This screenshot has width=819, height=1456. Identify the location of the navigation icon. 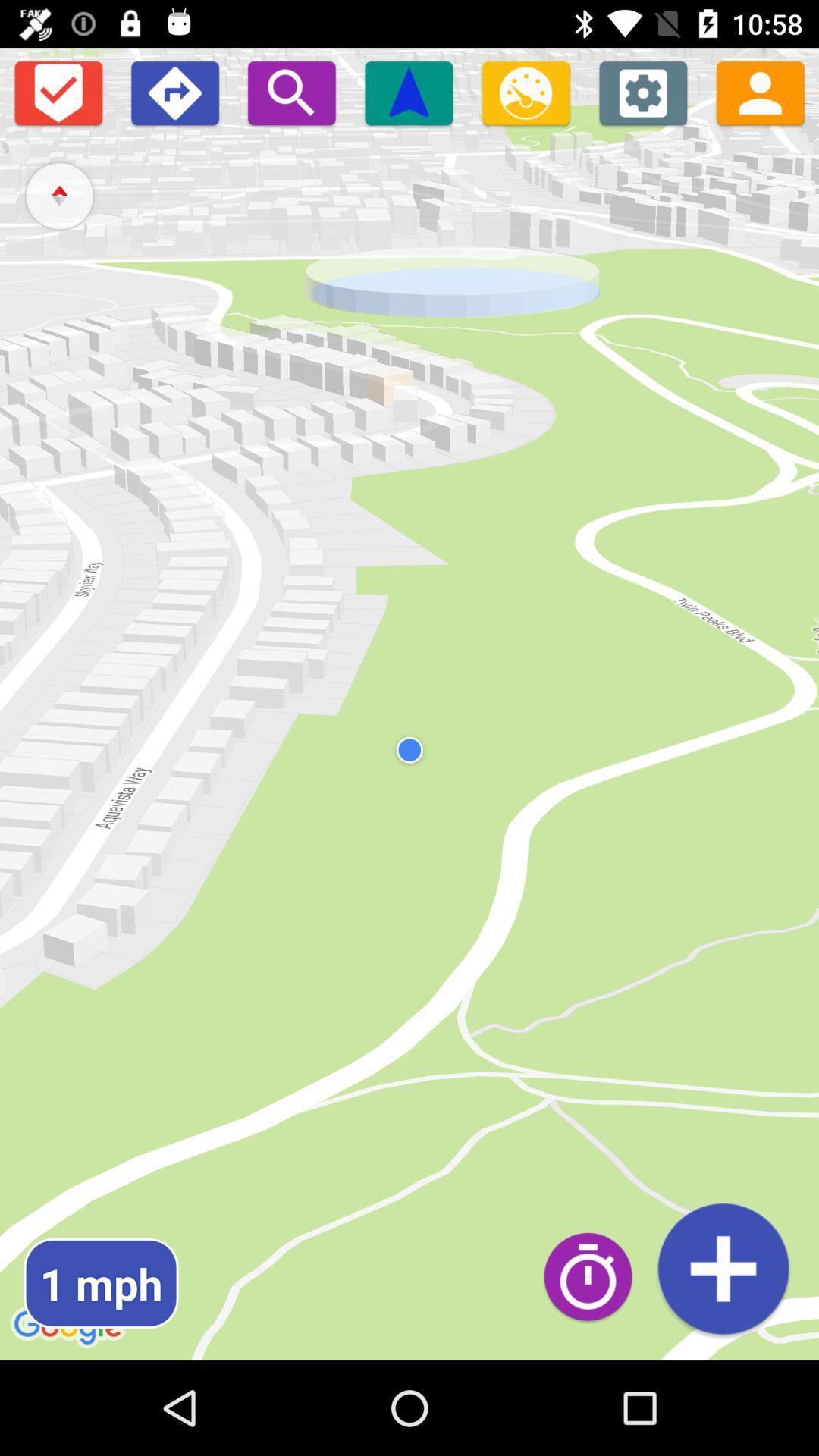
(408, 92).